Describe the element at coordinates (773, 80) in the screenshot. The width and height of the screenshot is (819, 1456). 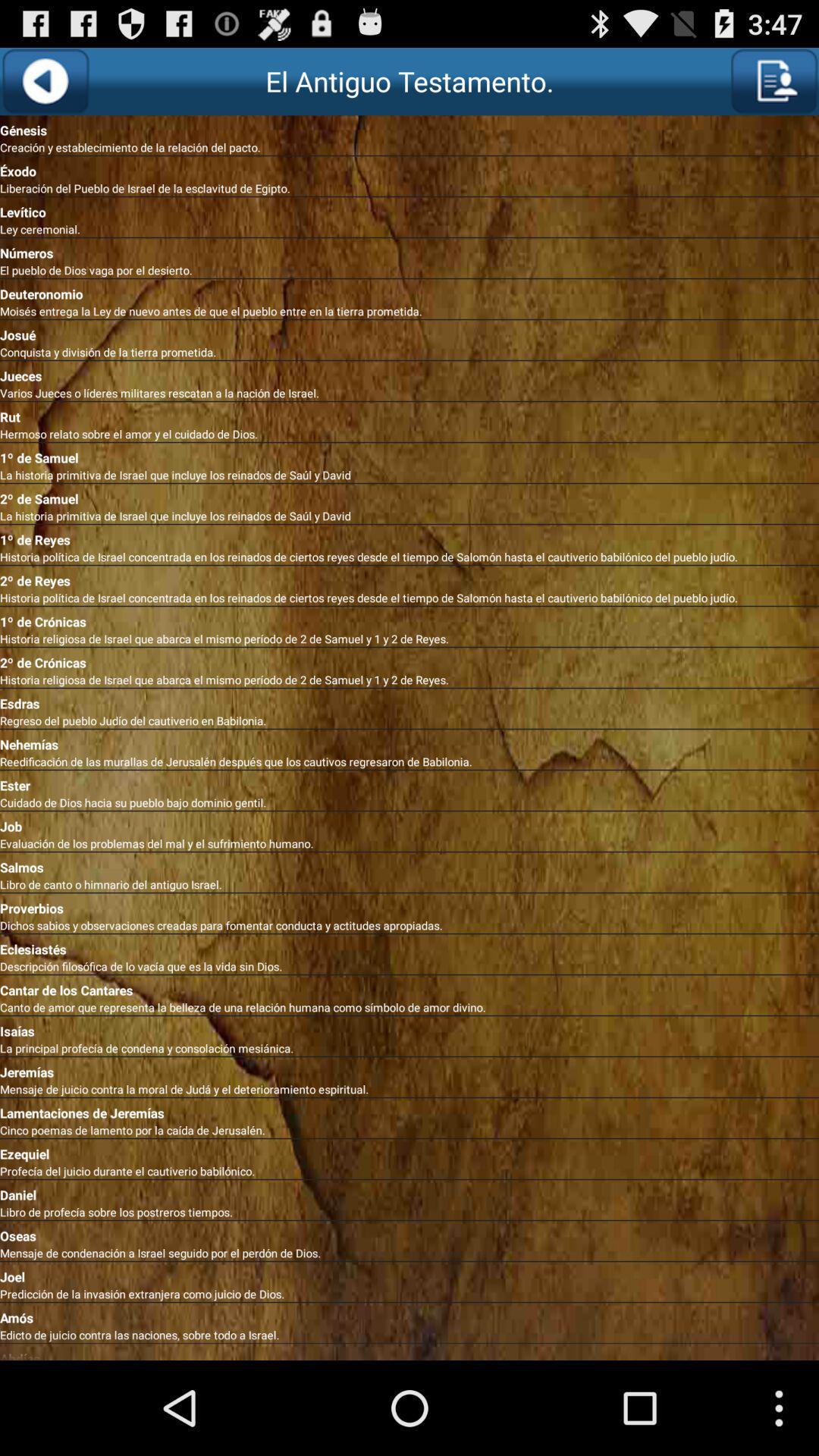
I see `the button at the top right corner` at that location.